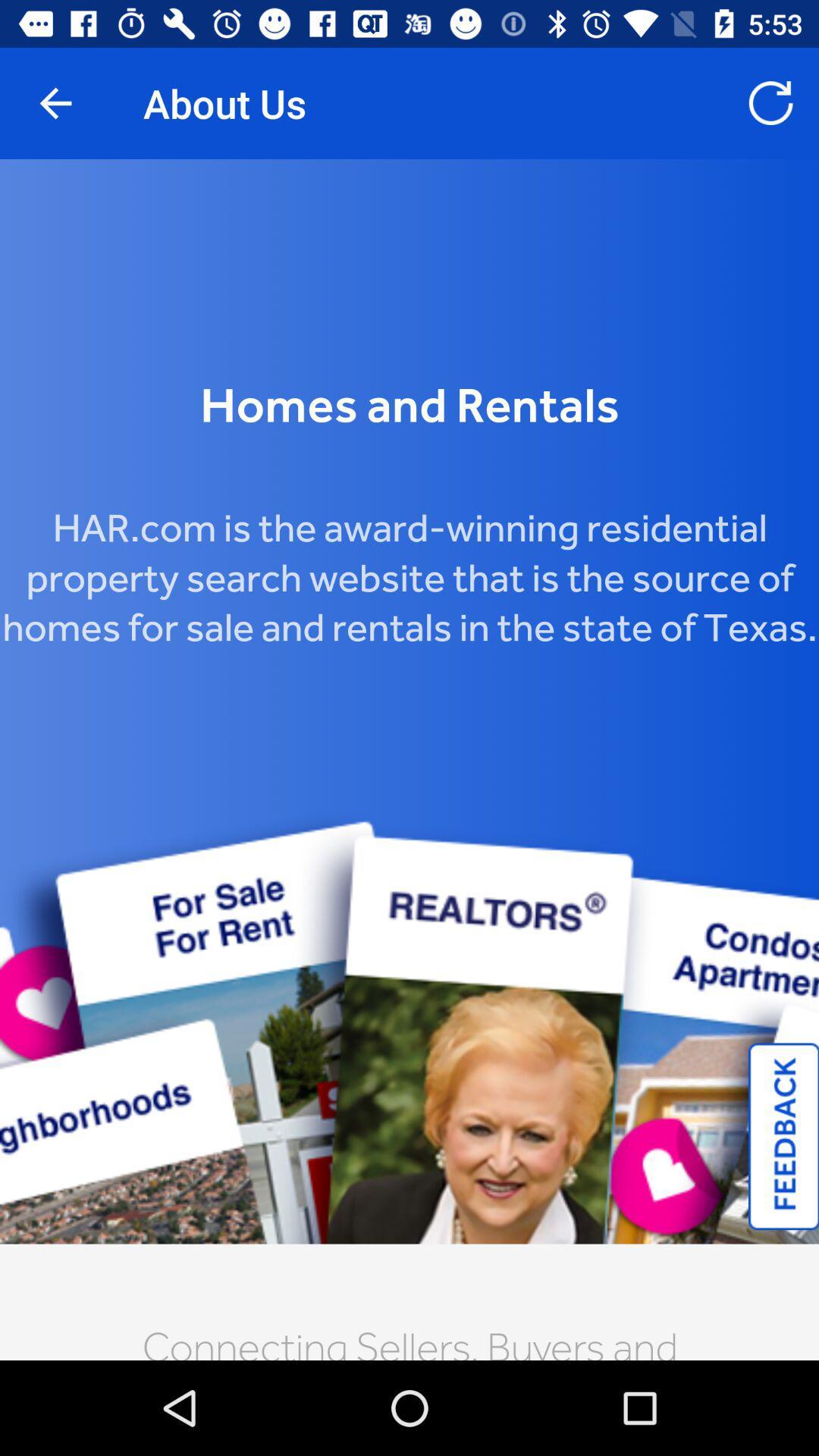  What do you see at coordinates (409, 760) in the screenshot?
I see `advardicement page` at bounding box center [409, 760].